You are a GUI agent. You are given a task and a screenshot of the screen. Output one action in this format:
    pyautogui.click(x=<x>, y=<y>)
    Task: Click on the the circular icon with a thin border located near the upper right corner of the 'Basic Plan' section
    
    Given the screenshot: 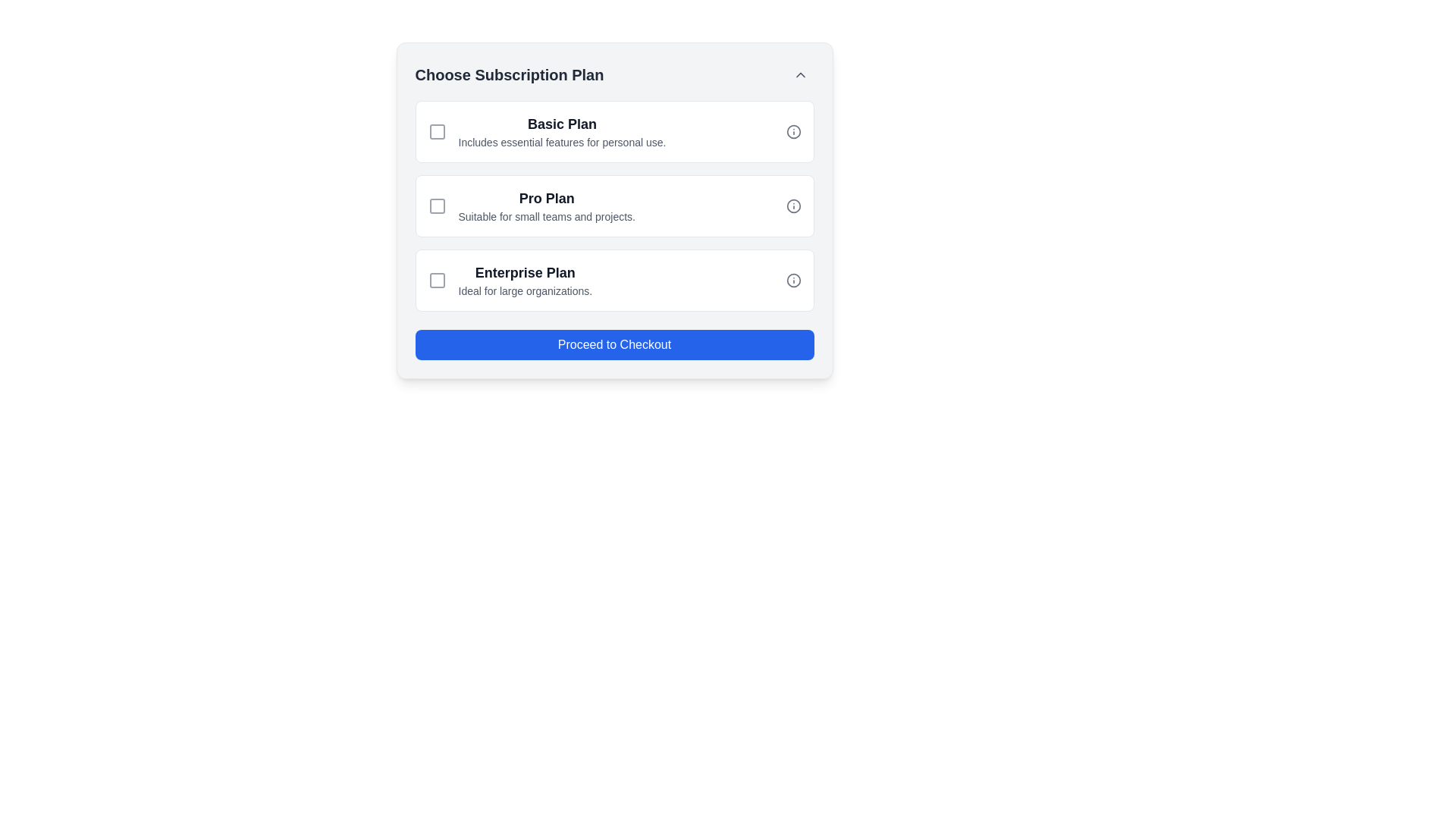 What is the action you would take?
    pyautogui.click(x=792, y=130)
    